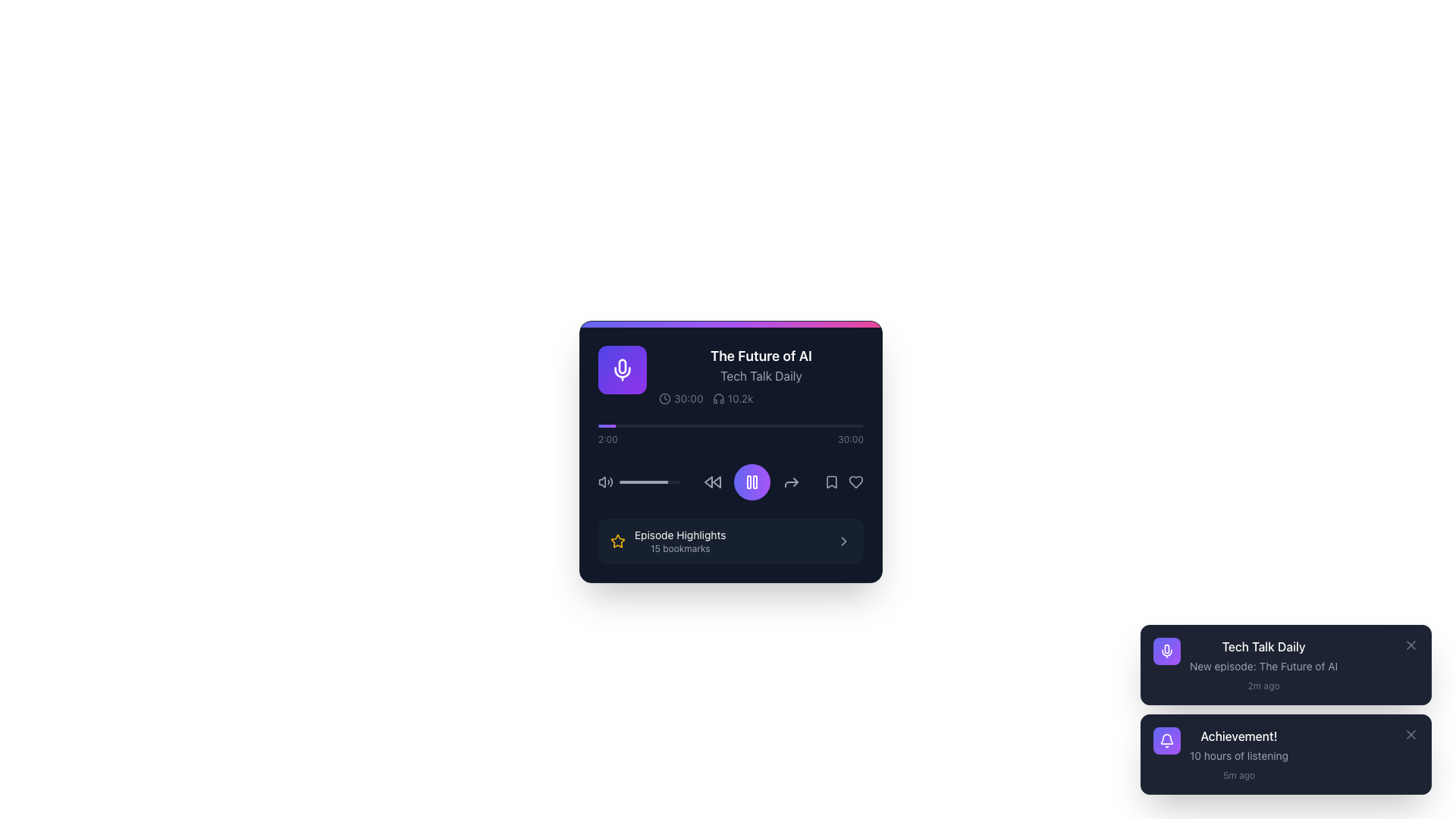 The image size is (1456, 819). I want to click on the rewind button, which is the first button on the left within a group of three control buttons at the bottom of the media player interface, to change its color, so click(712, 482).